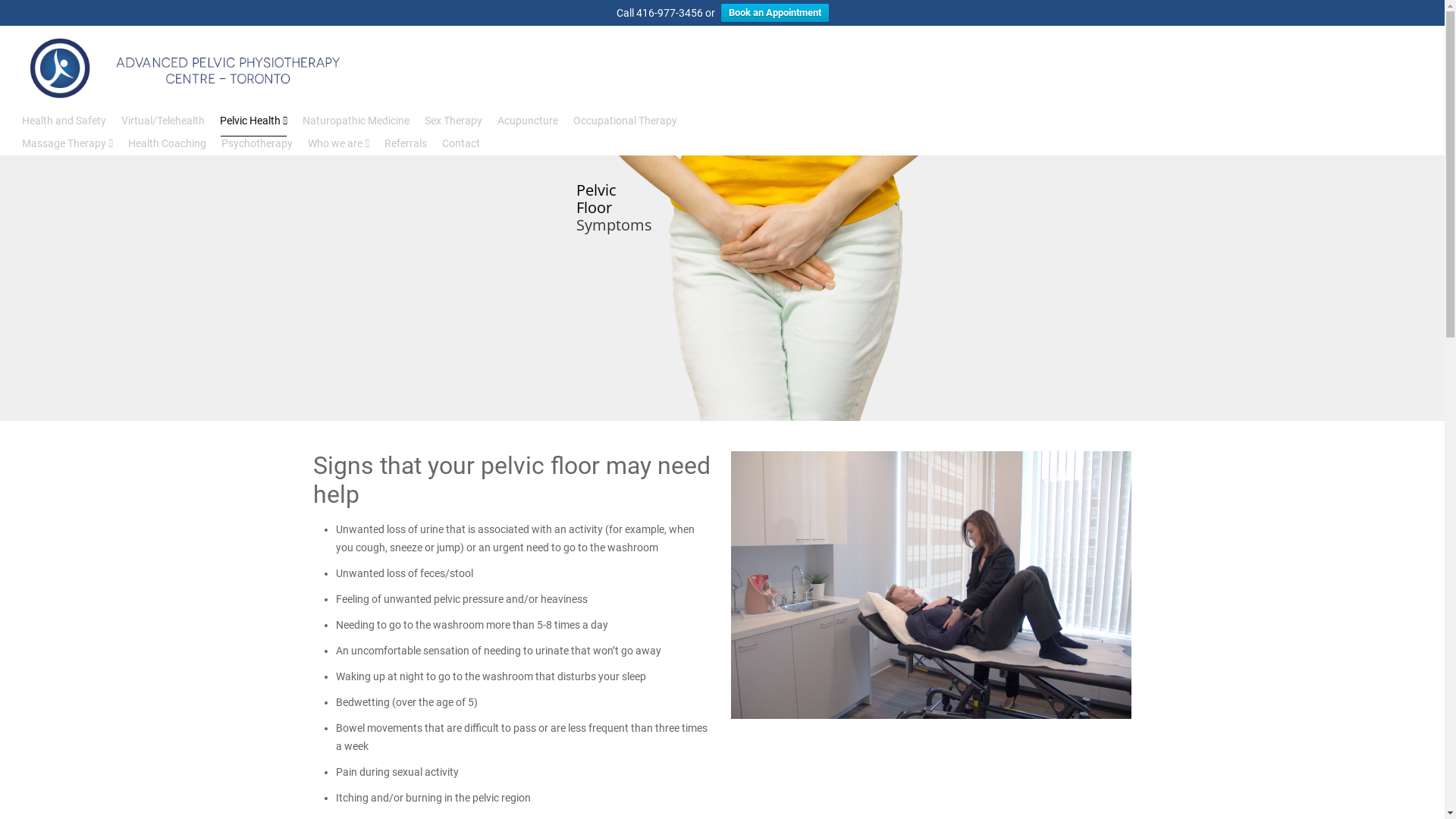 The image size is (1456, 819). I want to click on 'Referrals', so click(405, 143).